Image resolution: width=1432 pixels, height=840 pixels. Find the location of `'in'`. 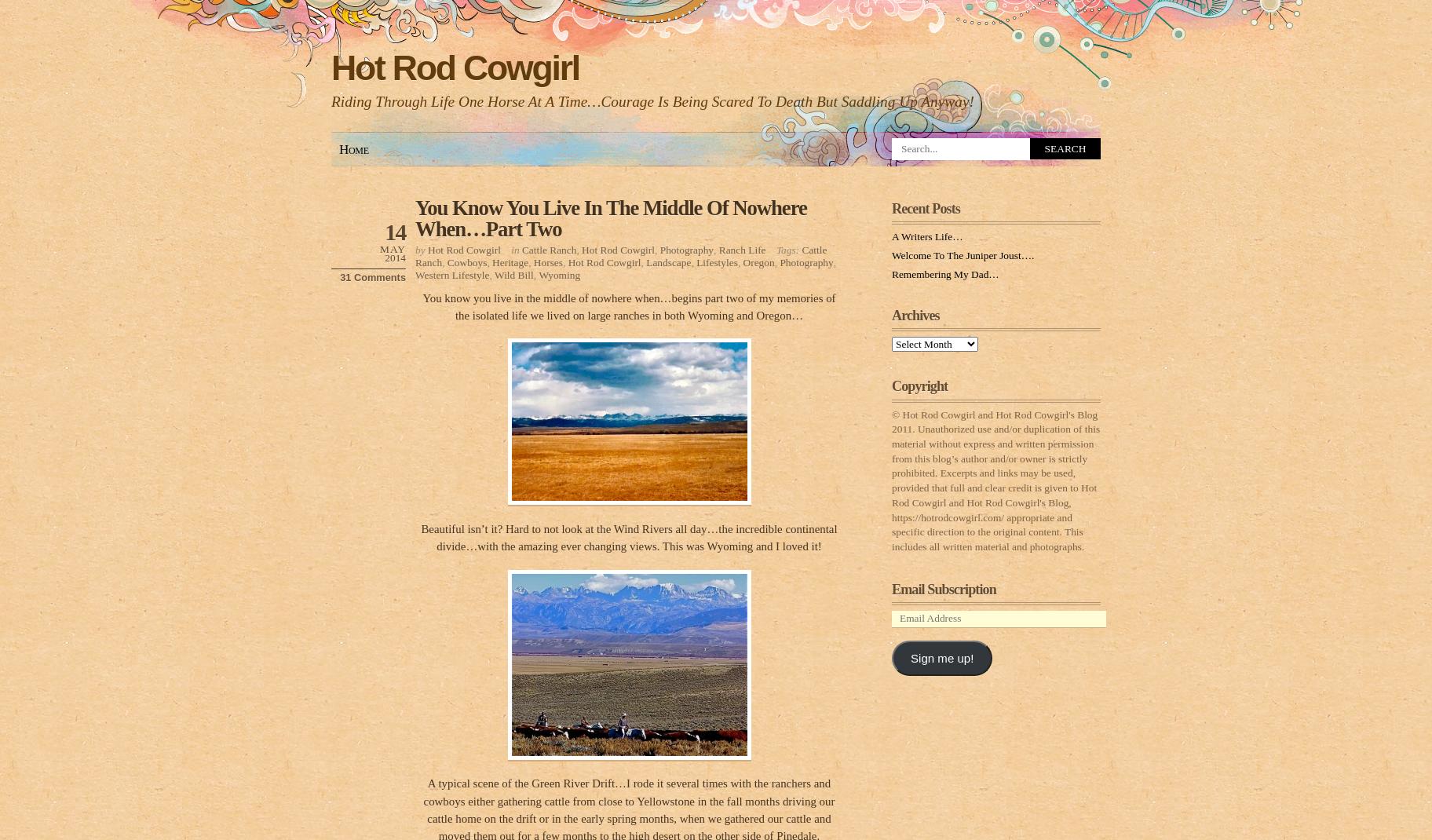

'in' is located at coordinates (510, 249).